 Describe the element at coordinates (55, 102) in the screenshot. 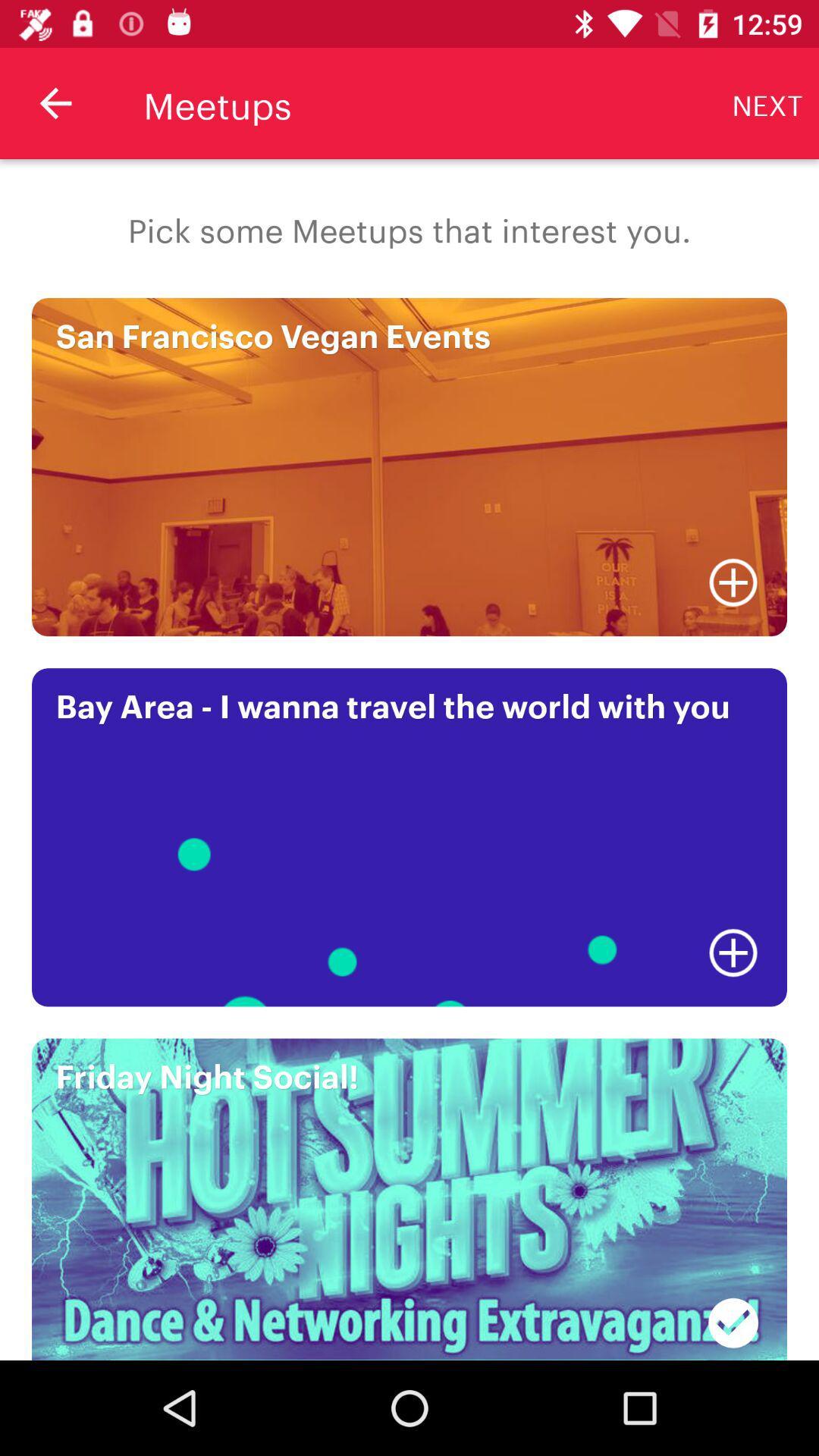

I see `icon to the left of meetups item` at that location.